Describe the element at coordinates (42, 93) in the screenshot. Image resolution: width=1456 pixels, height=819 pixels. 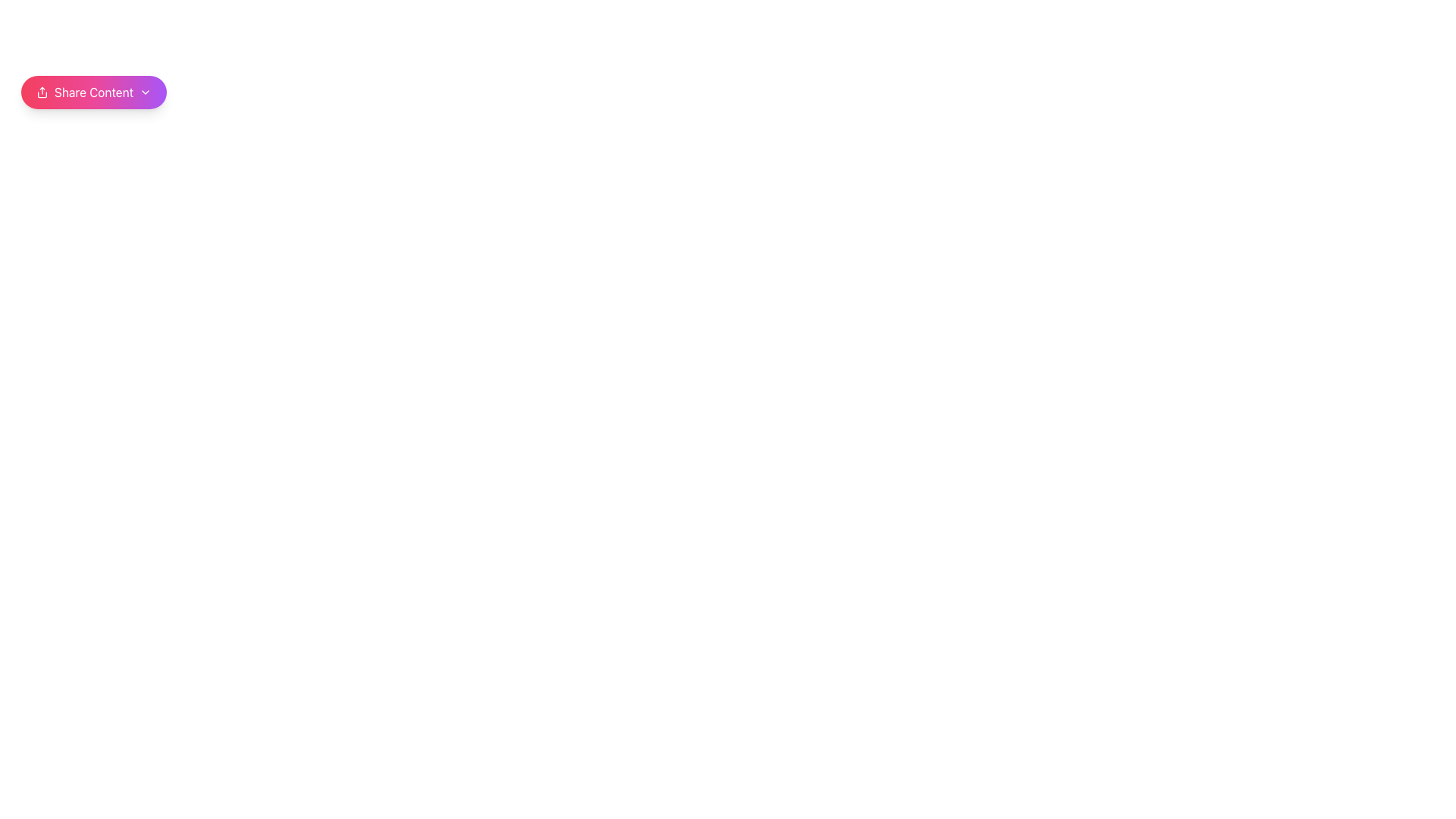
I see `the Share Icon located within the 'Share Content' button at the top-left area of the interface` at that location.